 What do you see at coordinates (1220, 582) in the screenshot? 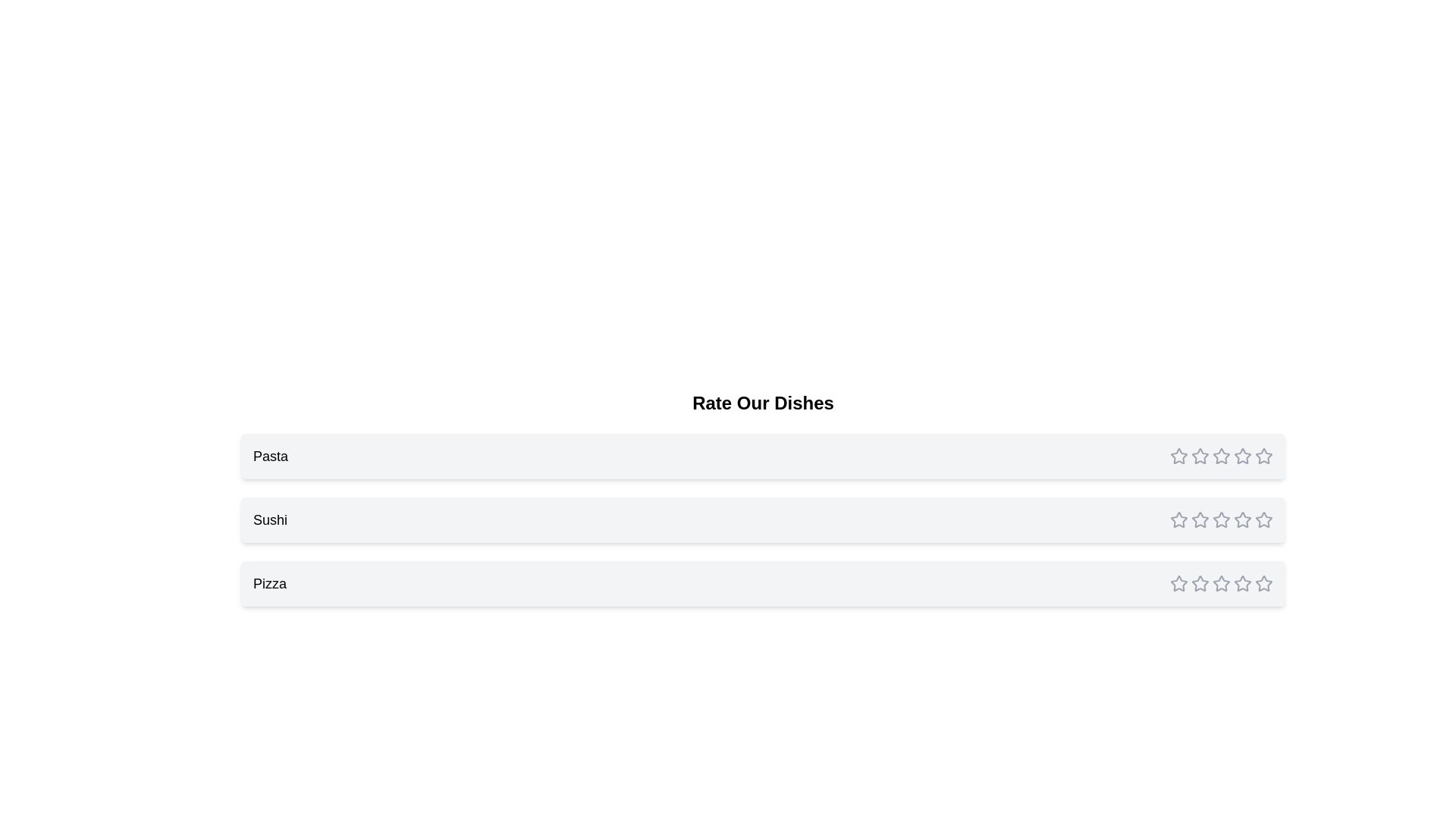
I see `the third star icon in the rating system for the 'Pizza' category` at bounding box center [1220, 582].